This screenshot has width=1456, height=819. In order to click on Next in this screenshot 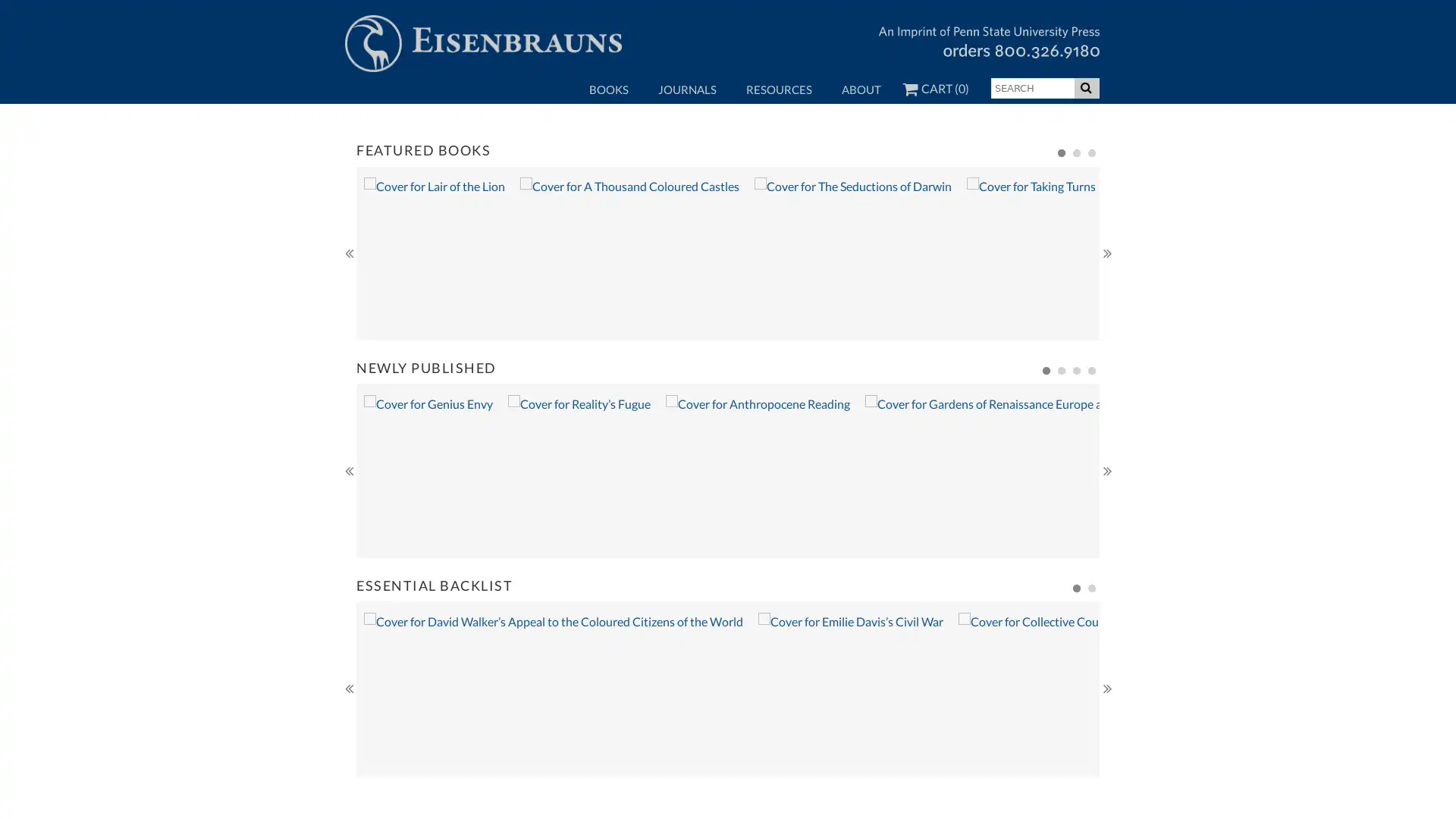, I will do `click(1106, 470)`.